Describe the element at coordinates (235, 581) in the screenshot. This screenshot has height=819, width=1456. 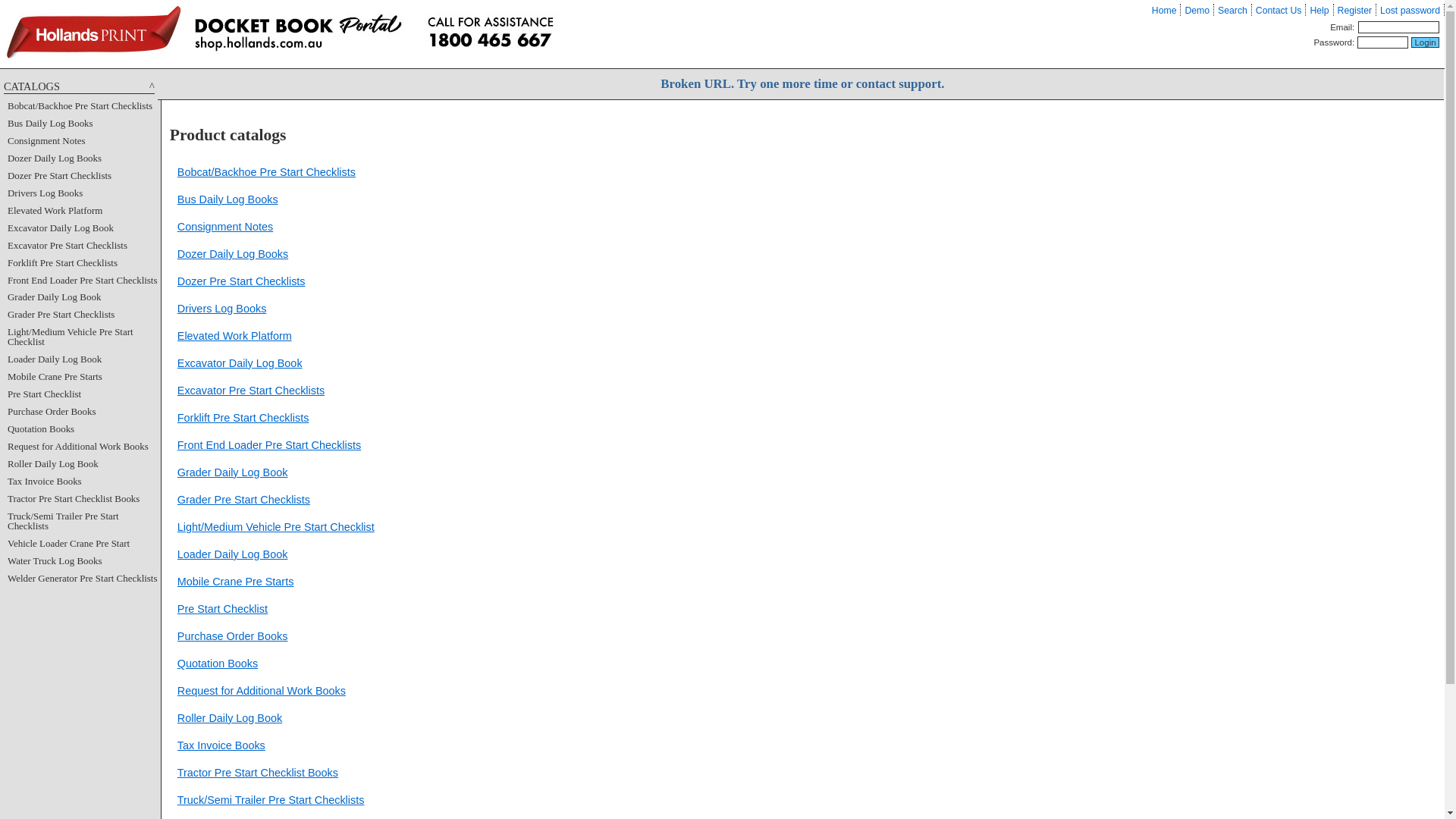
I see `'Mobile Crane Pre Starts'` at that location.